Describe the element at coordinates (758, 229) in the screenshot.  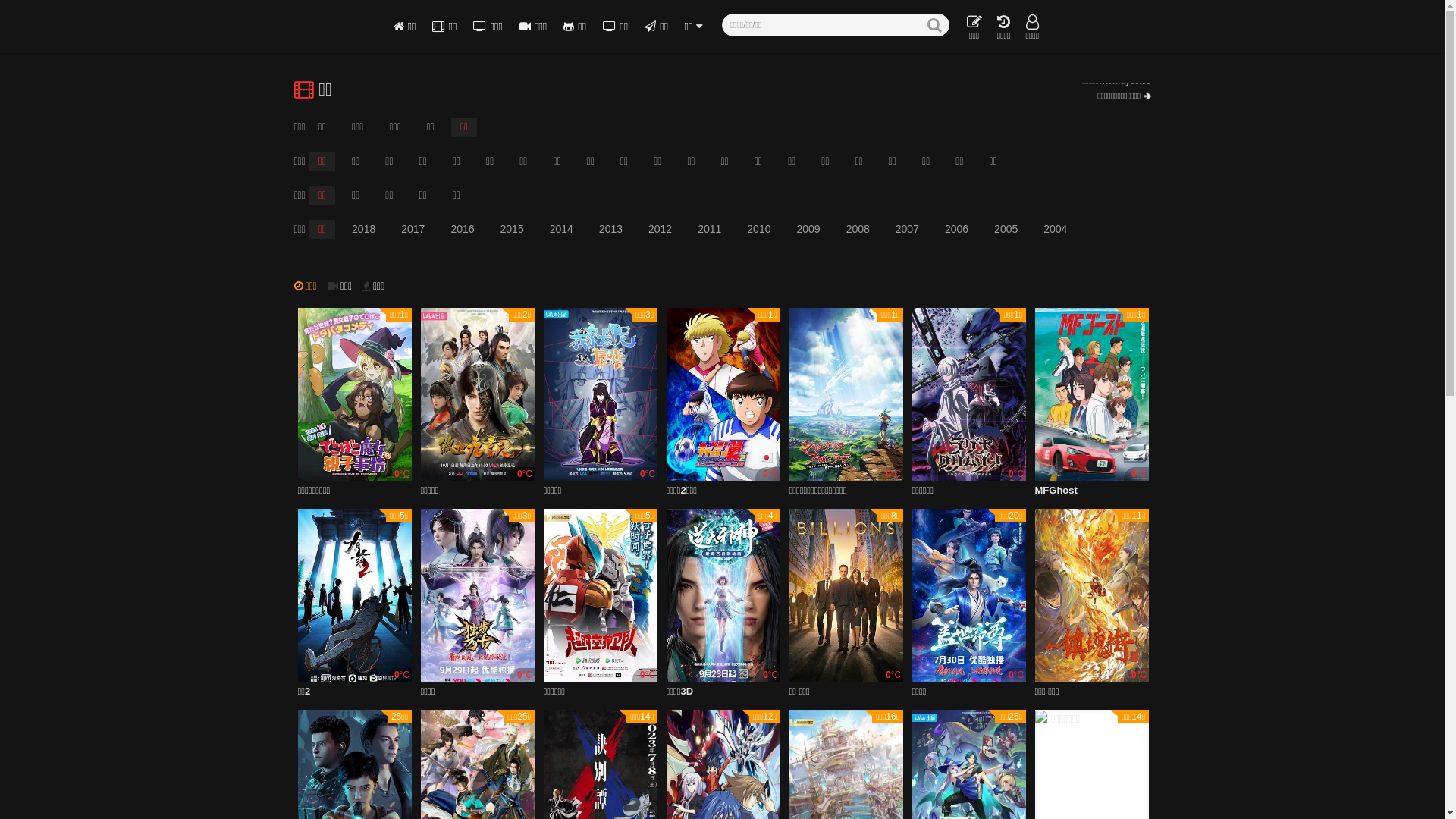
I see `'2010'` at that location.